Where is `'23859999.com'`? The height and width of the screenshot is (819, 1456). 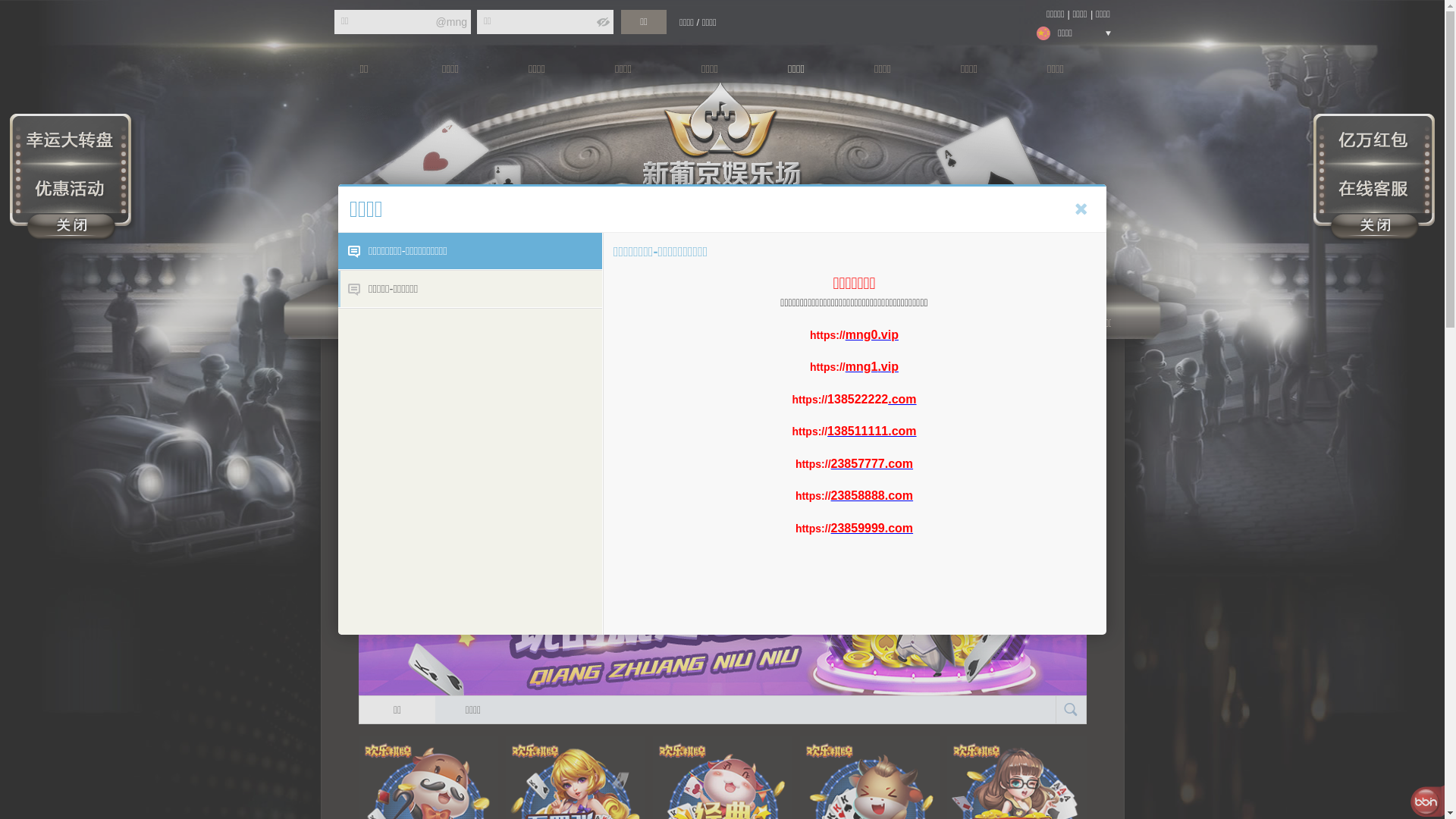 '23859999.com' is located at coordinates (872, 527).